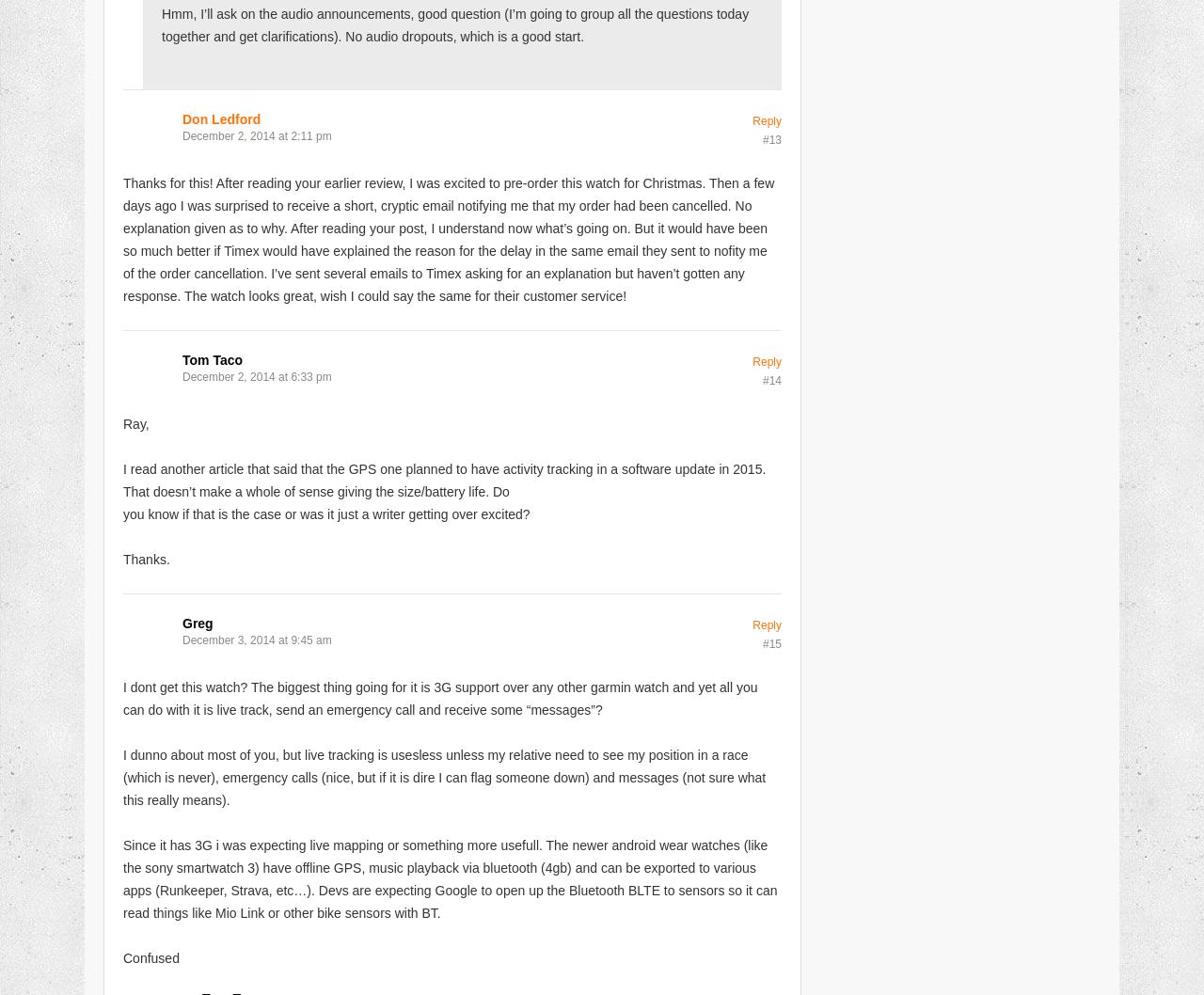 The image size is (1204, 995). I want to click on 'December 3, 2014 at 9:45 am', so click(256, 638).